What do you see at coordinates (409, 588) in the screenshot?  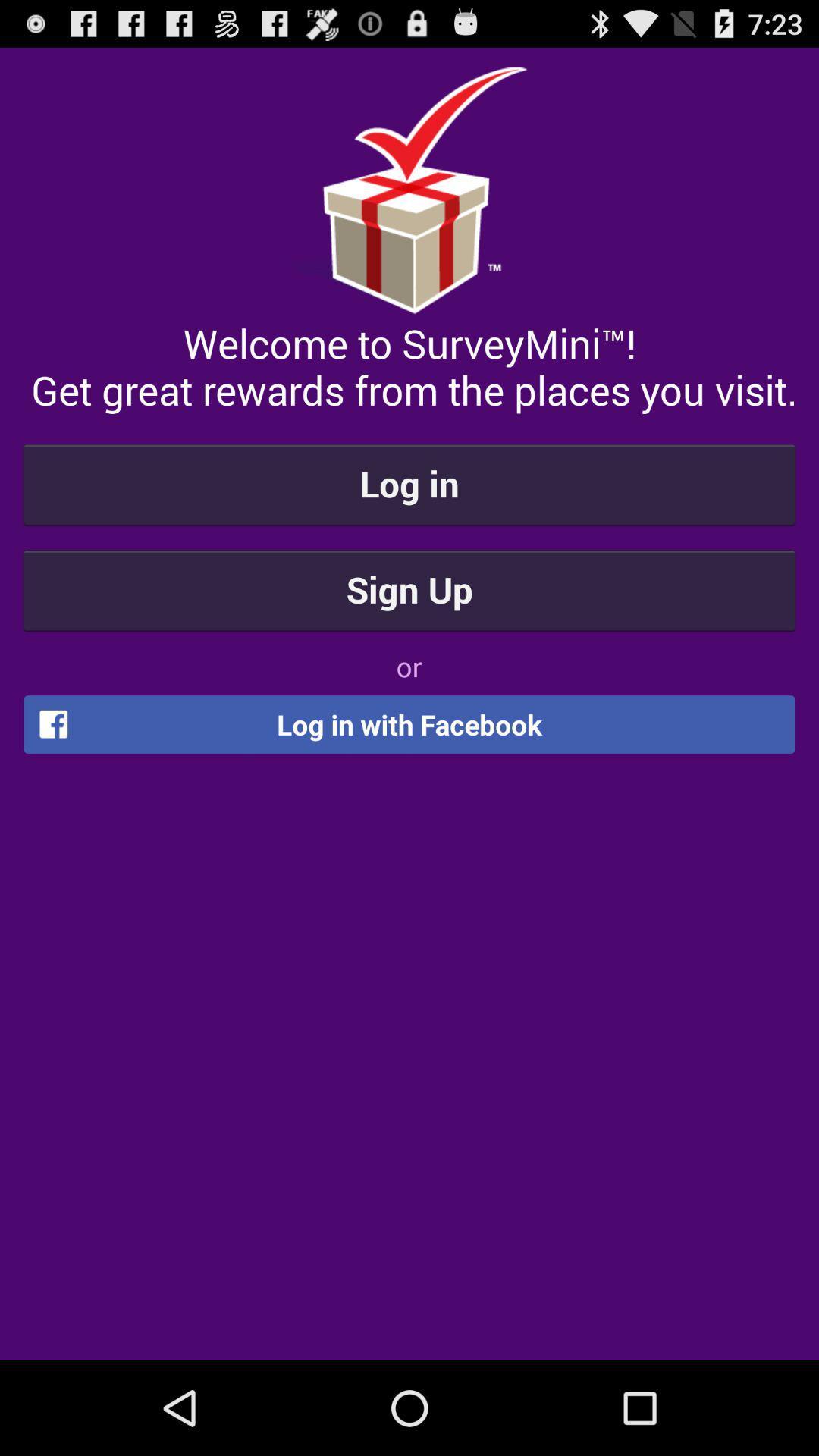 I see `icon below the log in icon` at bounding box center [409, 588].